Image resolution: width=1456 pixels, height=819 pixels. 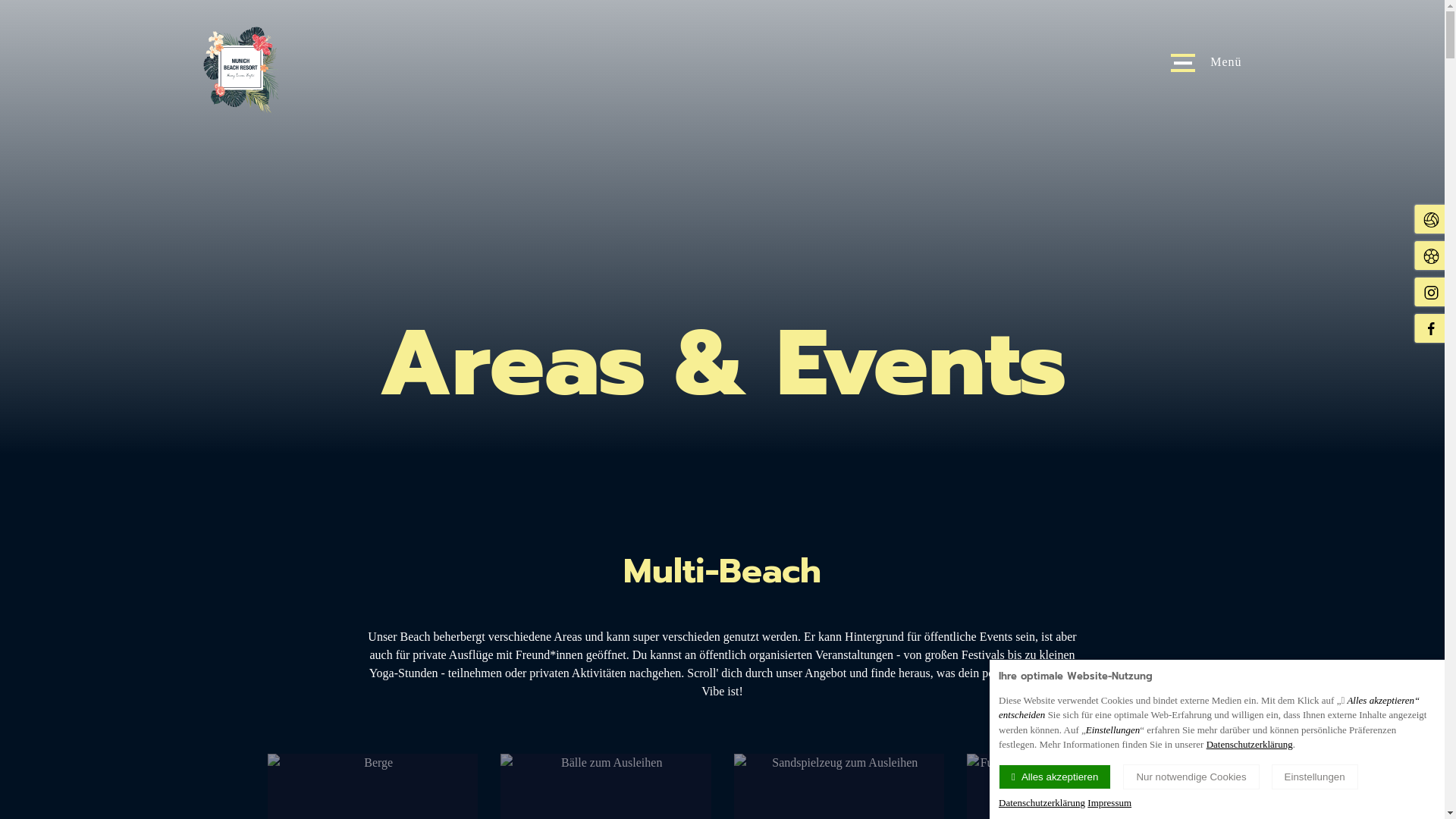 What do you see at coordinates (1109, 801) in the screenshot?
I see `'Impressum'` at bounding box center [1109, 801].